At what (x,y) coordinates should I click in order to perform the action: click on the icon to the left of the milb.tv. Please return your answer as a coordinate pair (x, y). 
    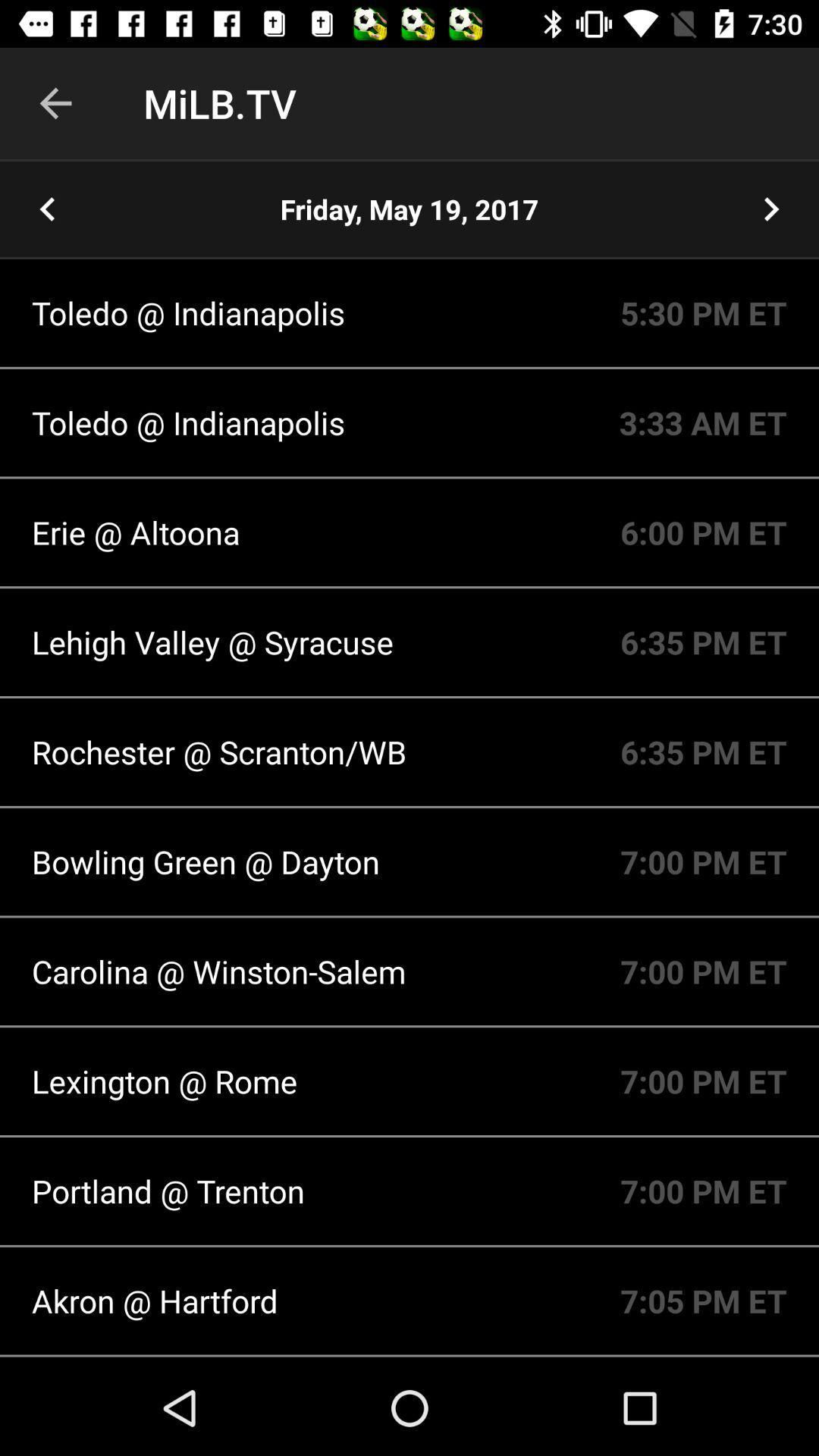
    Looking at the image, I should click on (55, 102).